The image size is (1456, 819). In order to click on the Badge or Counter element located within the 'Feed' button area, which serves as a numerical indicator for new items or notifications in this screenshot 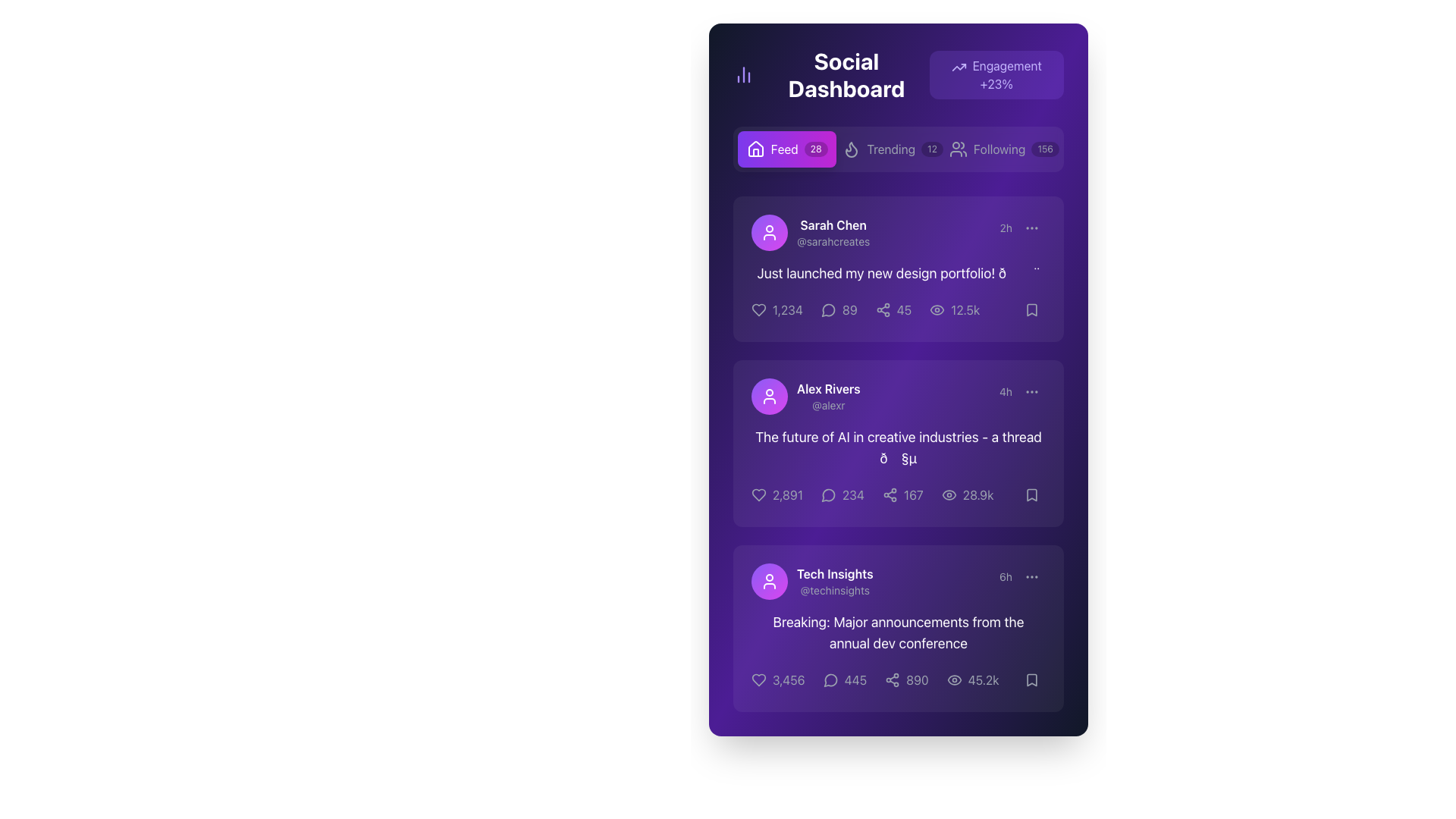, I will do `click(815, 149)`.